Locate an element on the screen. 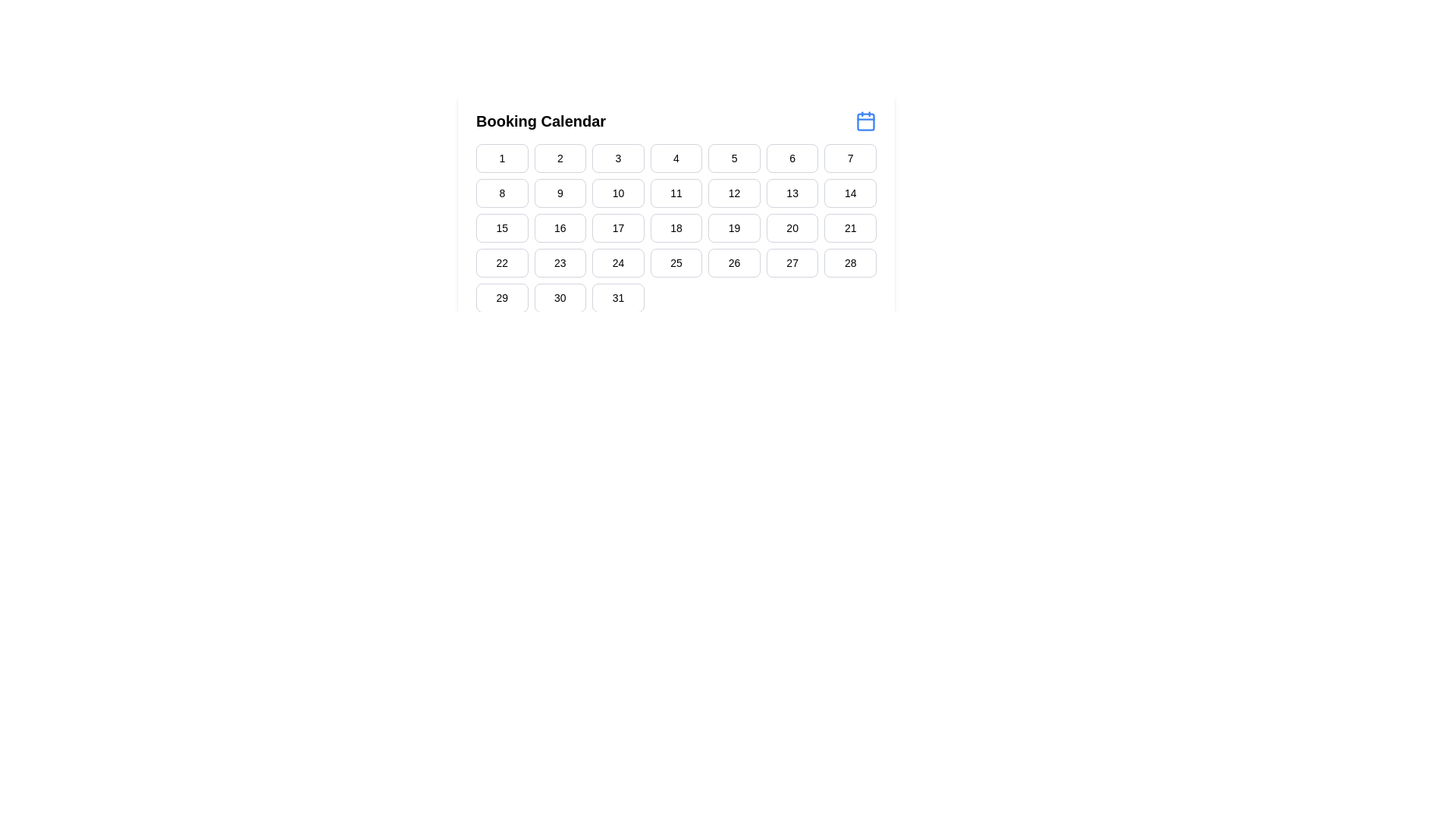 The width and height of the screenshot is (1456, 819). the button representing the 7th day of the month in the calendar layout is located at coordinates (850, 158).